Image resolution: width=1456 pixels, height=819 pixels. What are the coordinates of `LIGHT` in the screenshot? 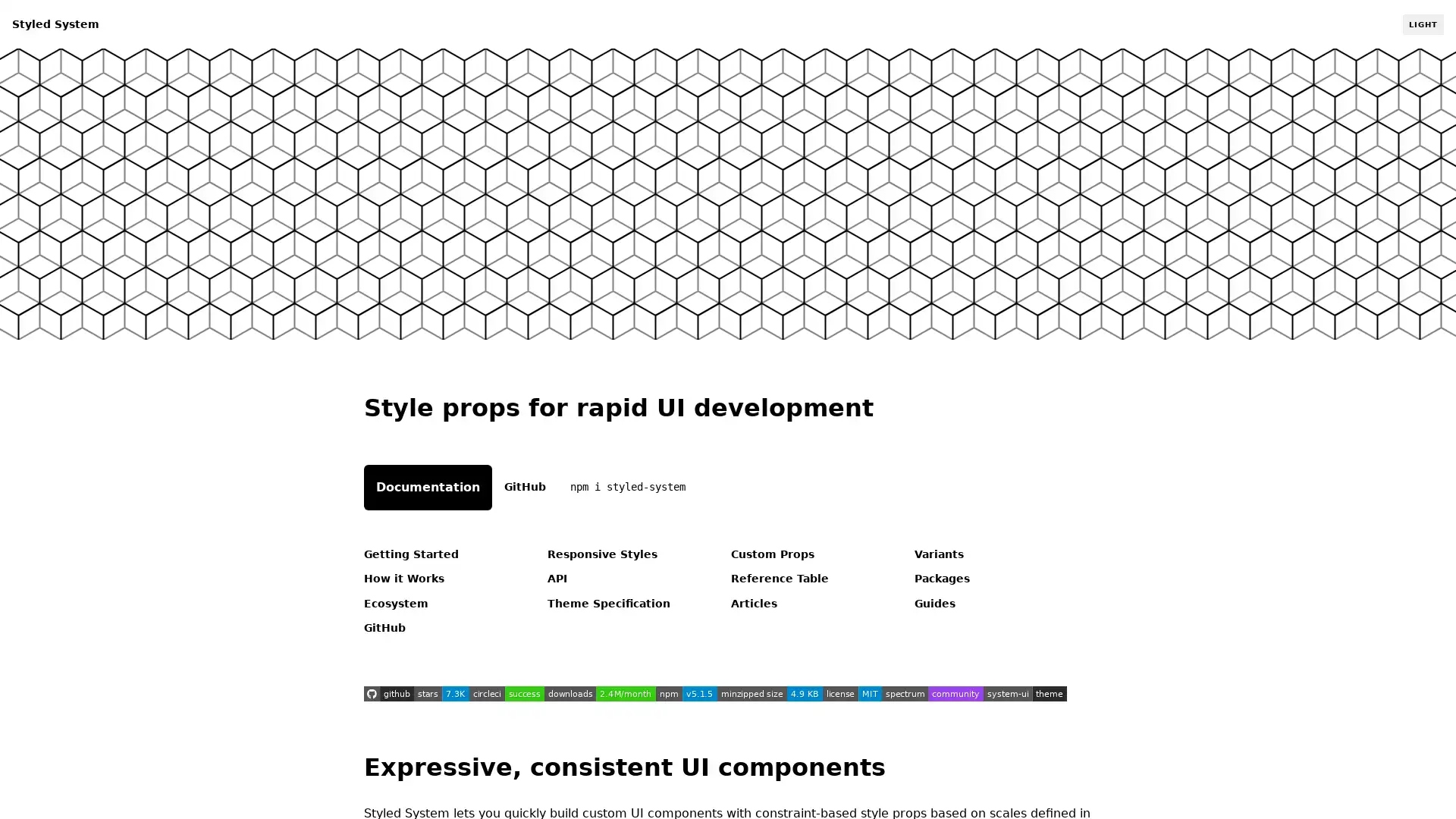 It's located at (1422, 24).